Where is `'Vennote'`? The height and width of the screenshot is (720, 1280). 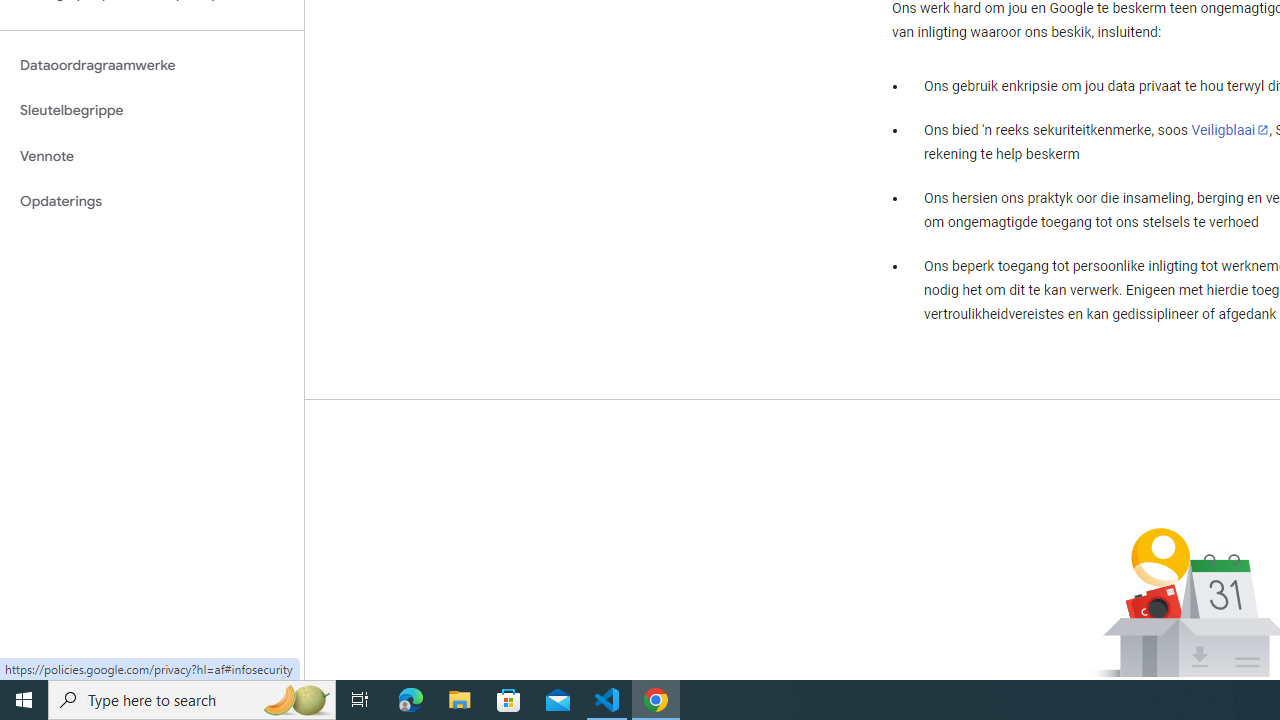 'Vennote' is located at coordinates (151, 155).